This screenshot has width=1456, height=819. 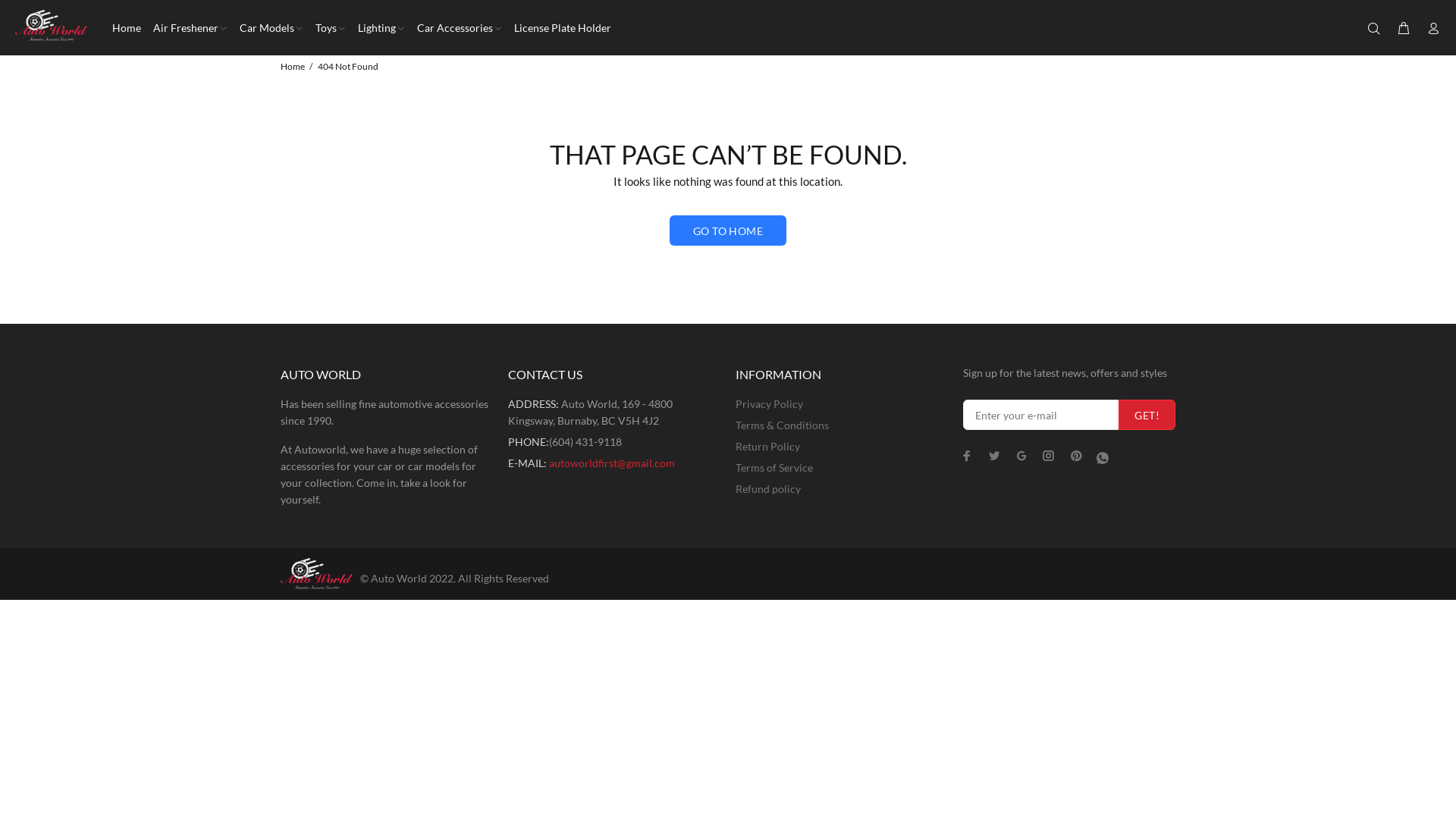 What do you see at coordinates (330, 27) in the screenshot?
I see `'Toys'` at bounding box center [330, 27].